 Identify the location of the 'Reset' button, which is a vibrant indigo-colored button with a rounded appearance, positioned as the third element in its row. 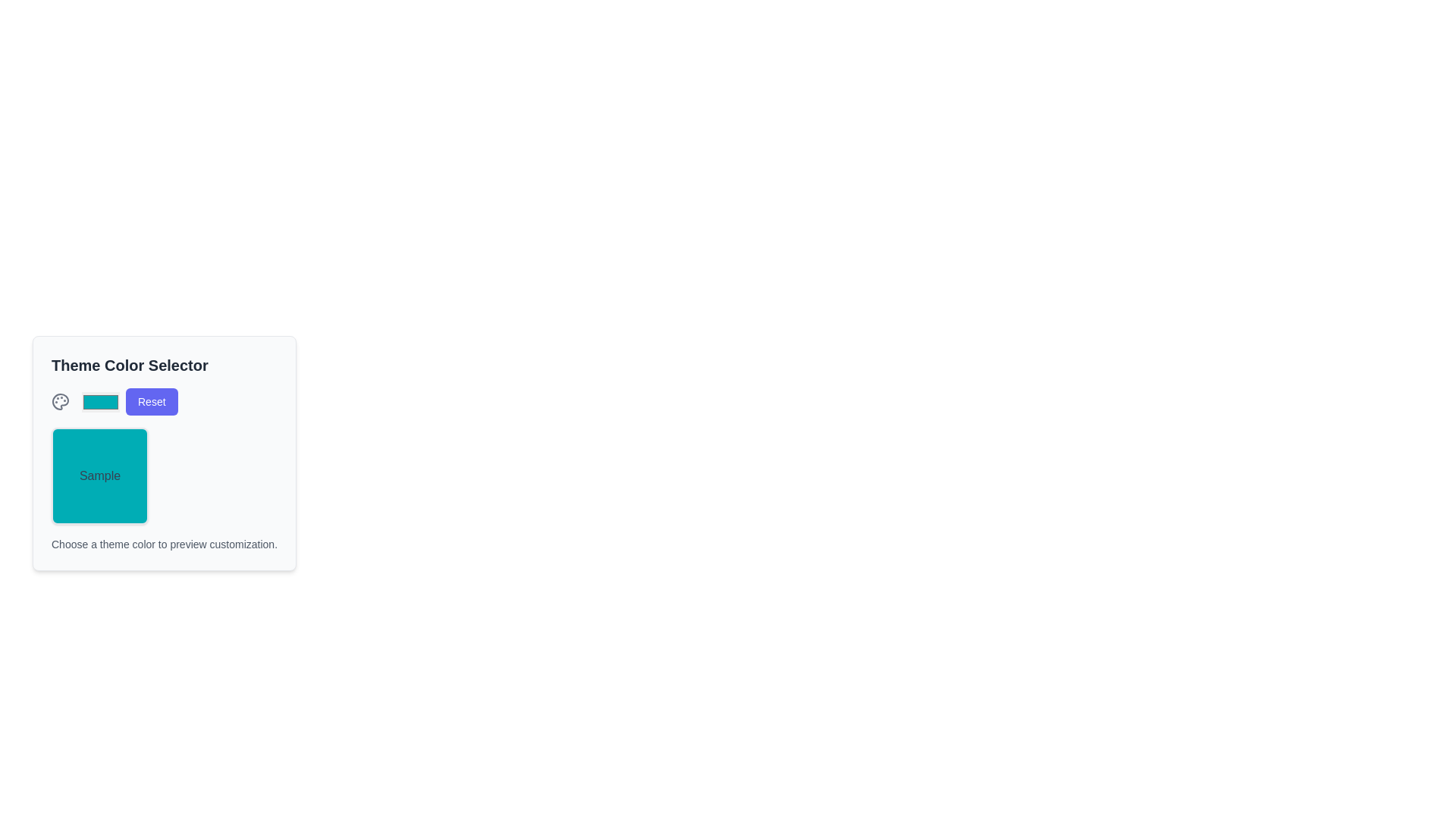
(164, 400).